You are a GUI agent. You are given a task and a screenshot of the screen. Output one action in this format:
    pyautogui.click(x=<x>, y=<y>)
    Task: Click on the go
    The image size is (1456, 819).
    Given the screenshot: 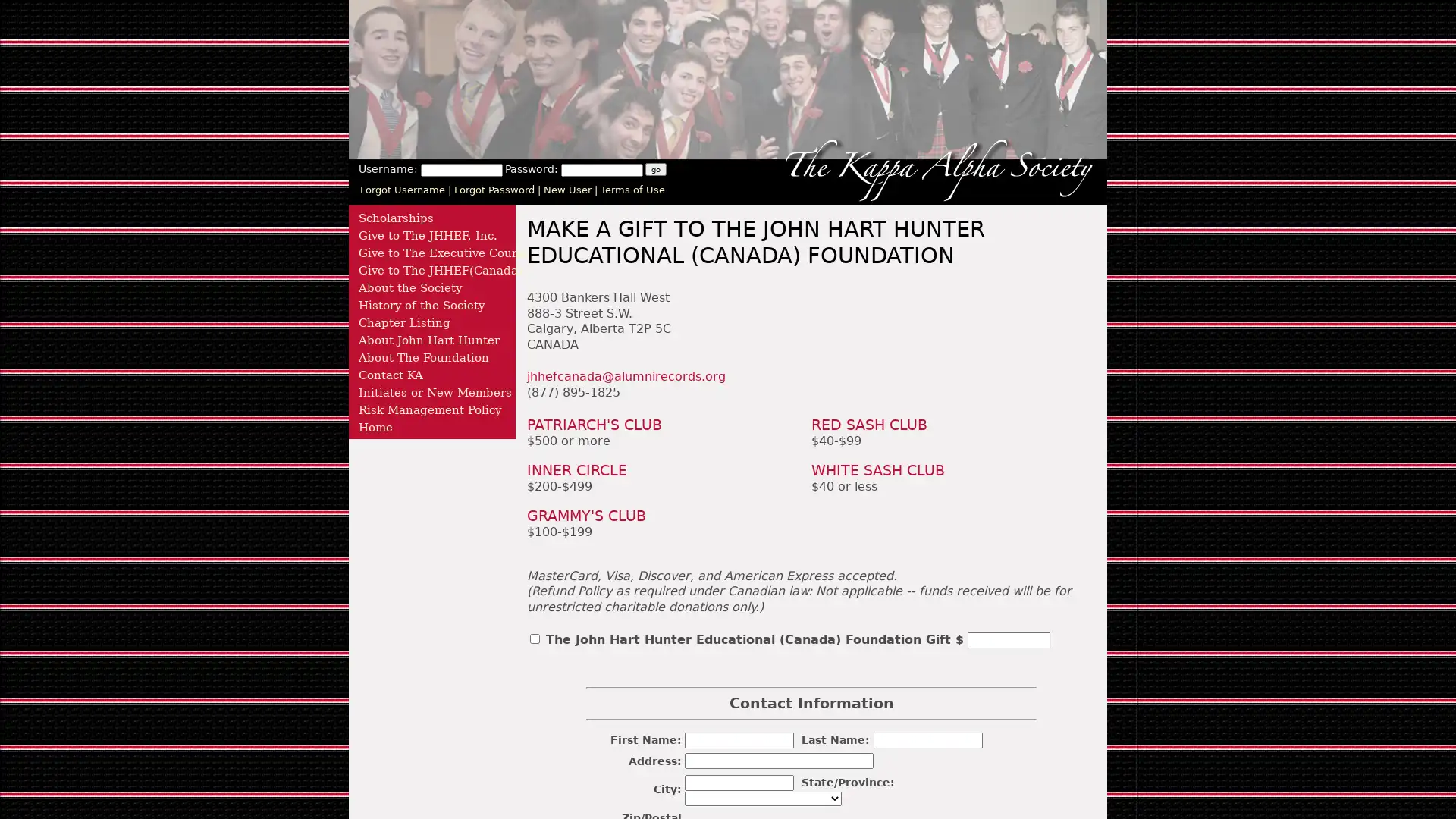 What is the action you would take?
    pyautogui.click(x=655, y=169)
    